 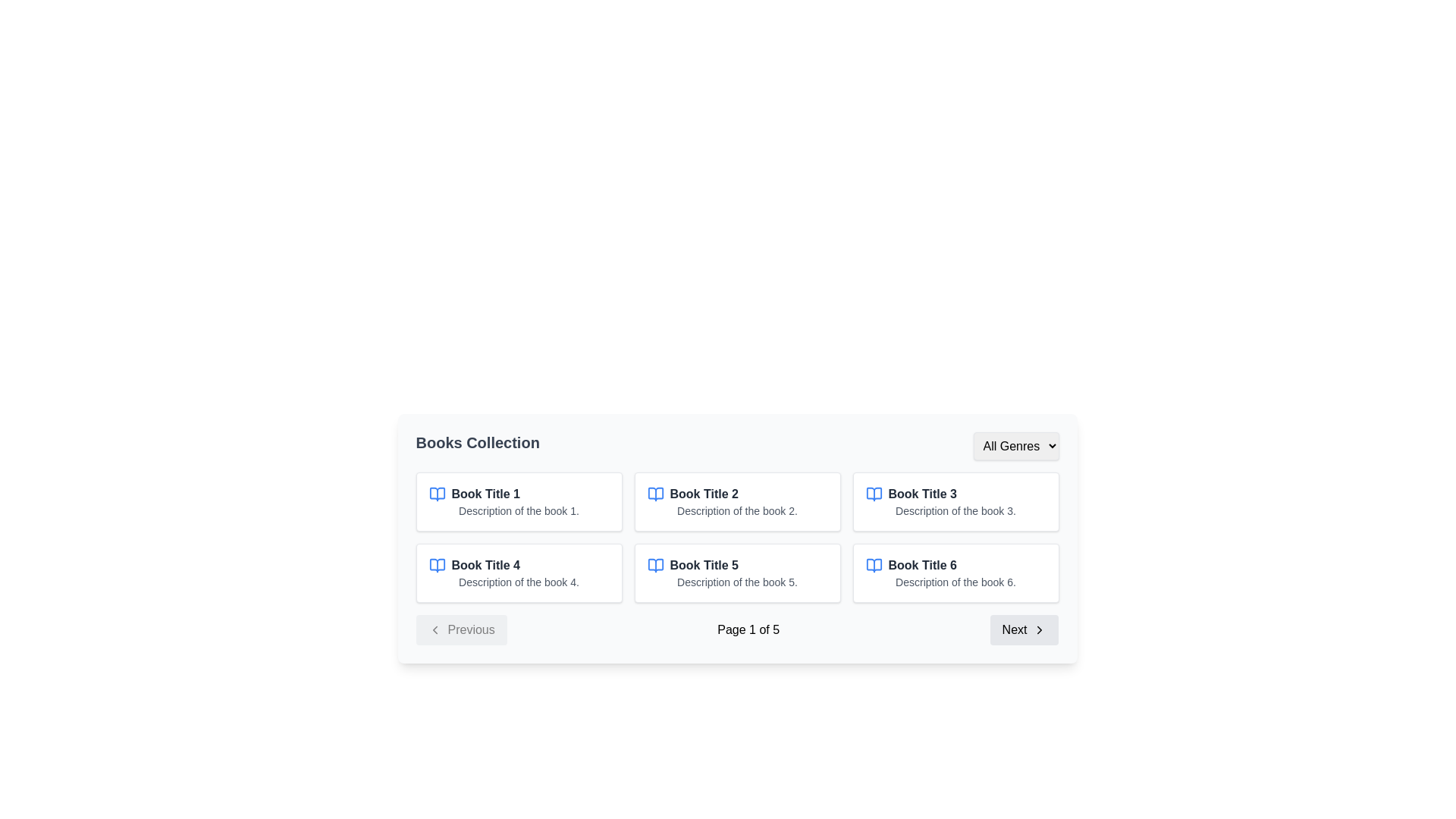 I want to click on the leftward-pointing chevron-shaped icon located within the 'Previous' button at the bottom-left section of the interface, so click(x=434, y=629).